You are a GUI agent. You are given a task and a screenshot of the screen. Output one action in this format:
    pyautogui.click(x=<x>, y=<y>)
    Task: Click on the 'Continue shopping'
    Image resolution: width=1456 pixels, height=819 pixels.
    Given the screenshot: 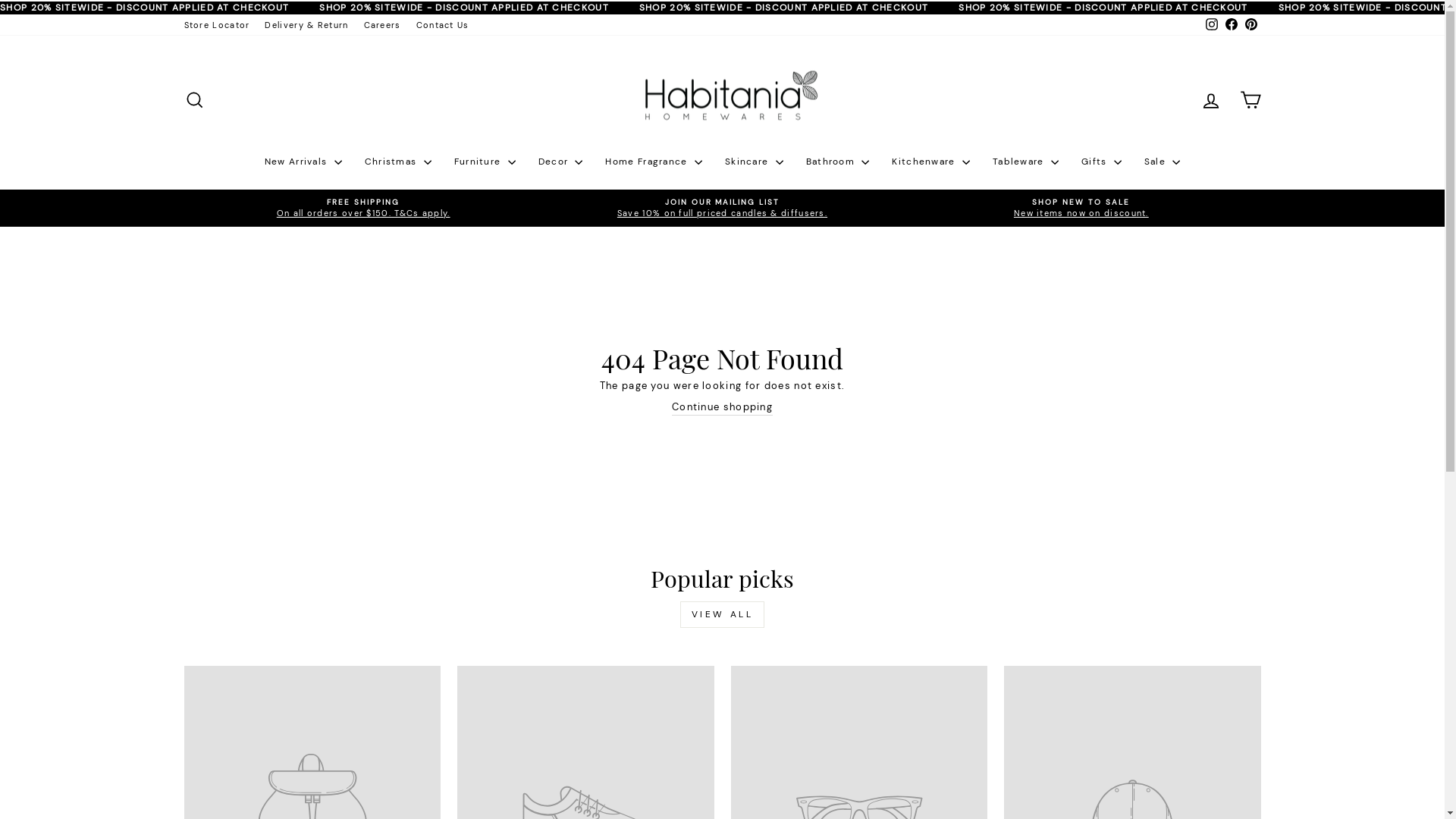 What is the action you would take?
    pyautogui.click(x=721, y=406)
    